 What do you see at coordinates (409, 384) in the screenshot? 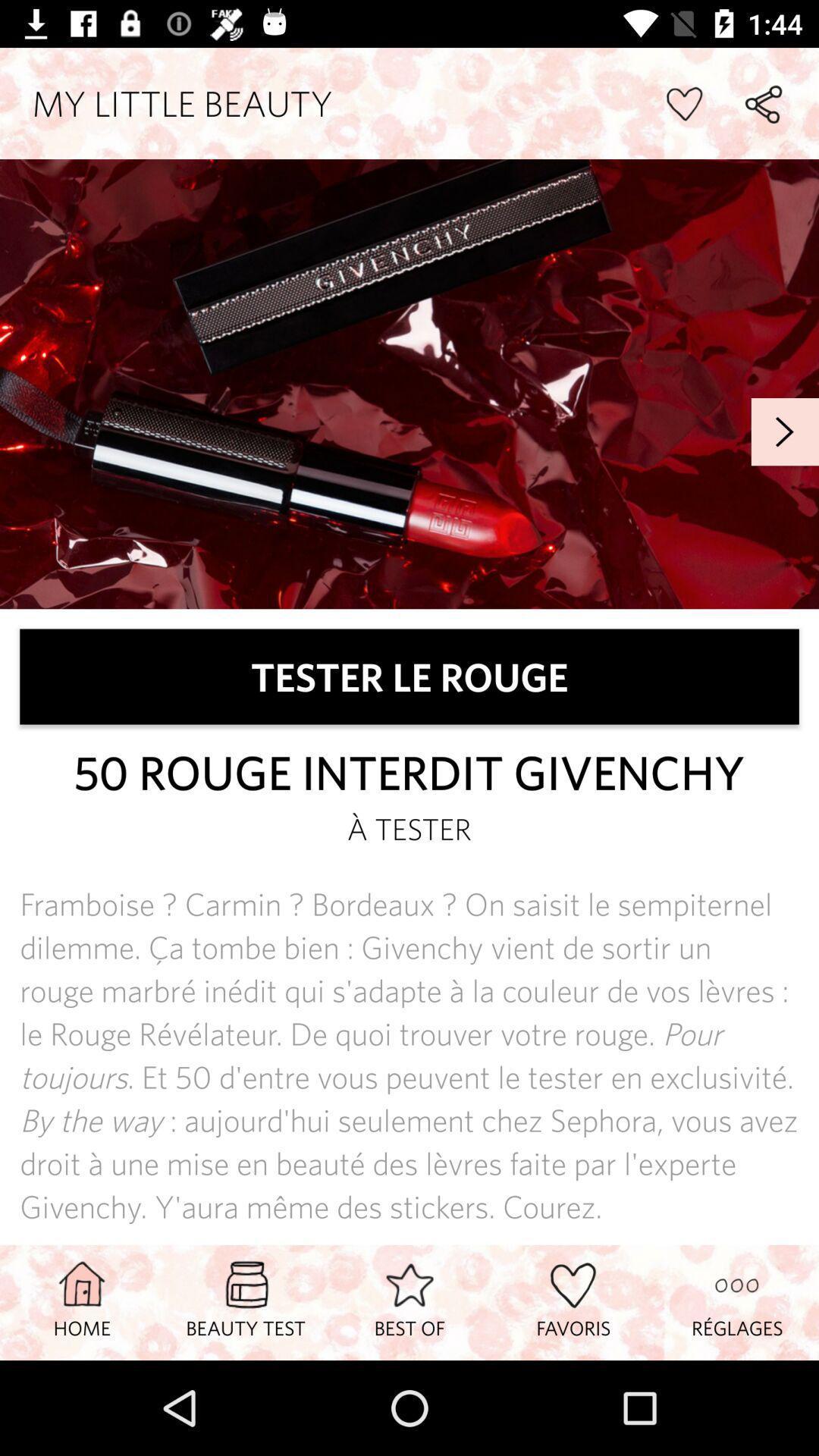
I see `banner` at bounding box center [409, 384].